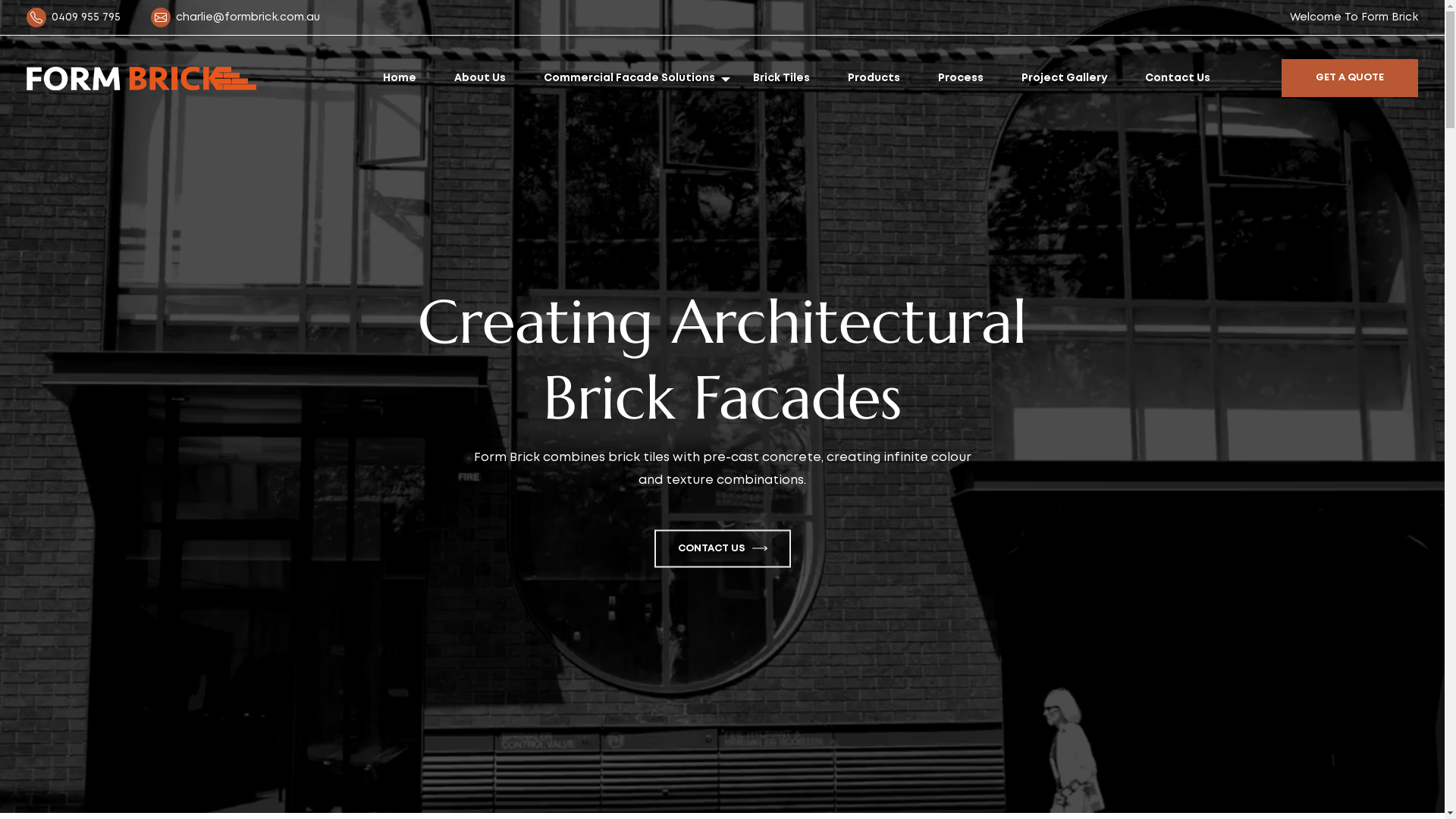  What do you see at coordinates (39, 17) in the screenshot?
I see `'Call Us'` at bounding box center [39, 17].